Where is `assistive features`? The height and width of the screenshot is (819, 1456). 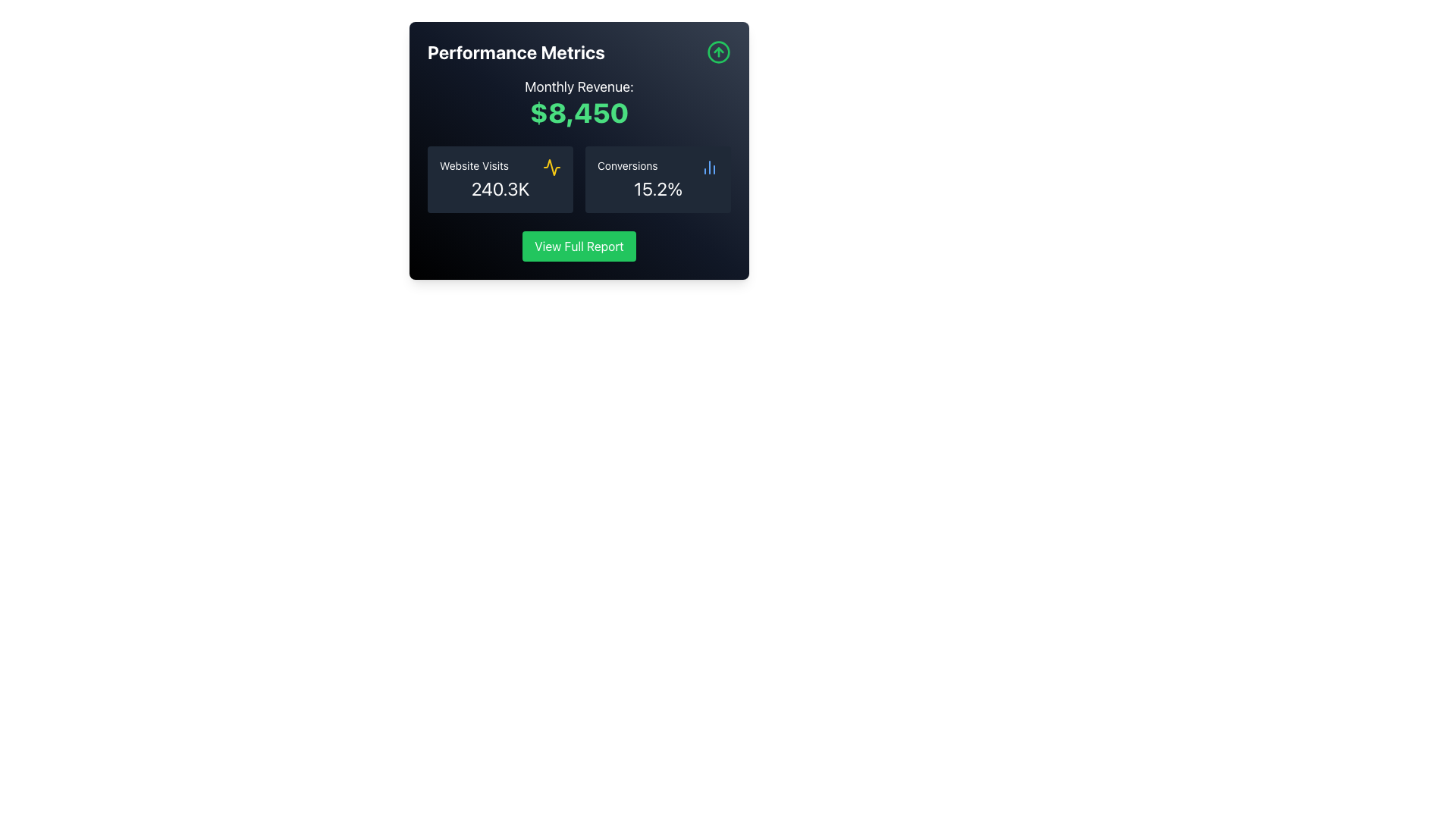 assistive features is located at coordinates (658, 178).